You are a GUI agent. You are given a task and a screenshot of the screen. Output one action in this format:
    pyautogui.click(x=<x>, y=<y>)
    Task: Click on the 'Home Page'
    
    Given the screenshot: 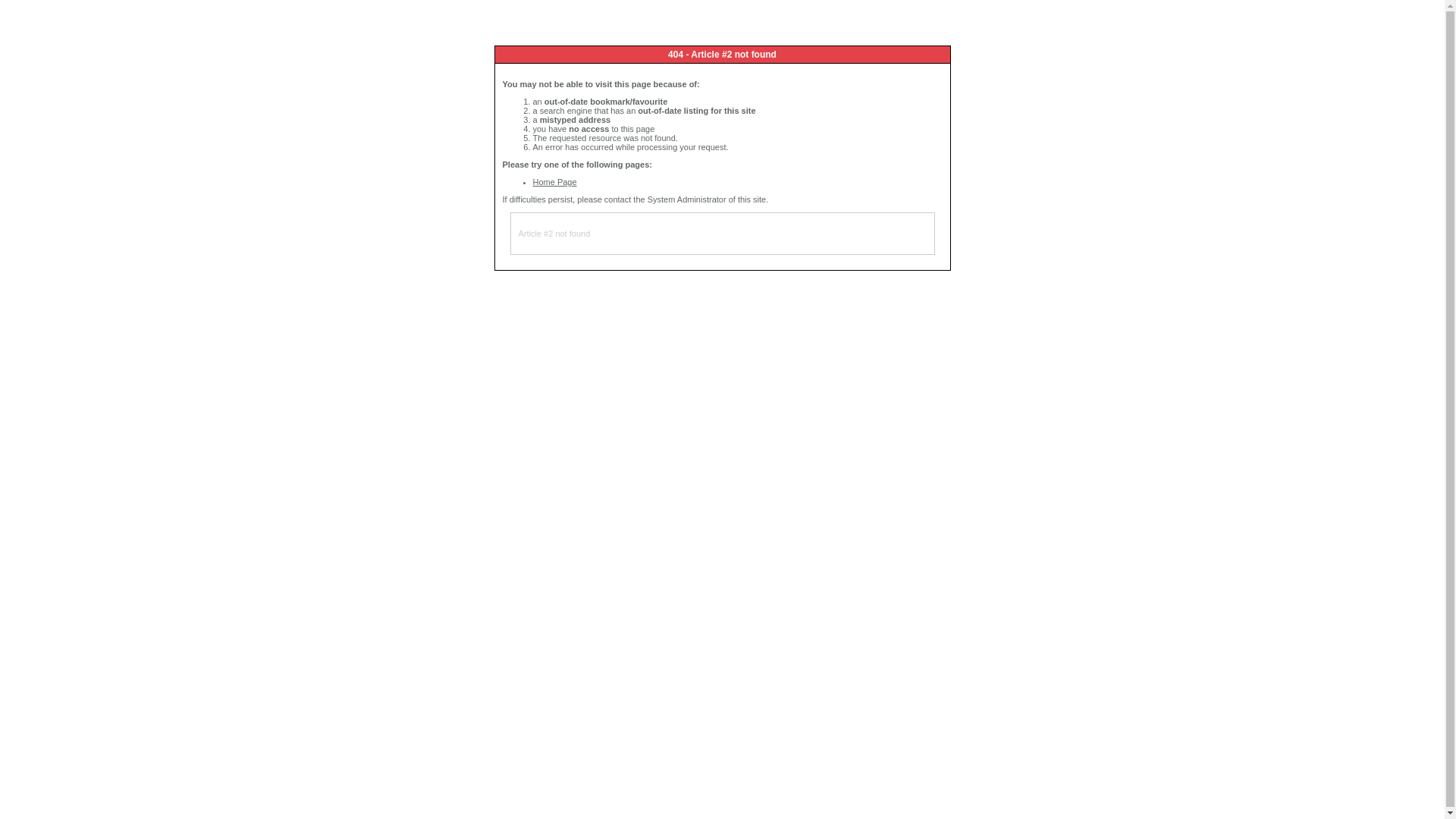 What is the action you would take?
    pyautogui.click(x=553, y=180)
    